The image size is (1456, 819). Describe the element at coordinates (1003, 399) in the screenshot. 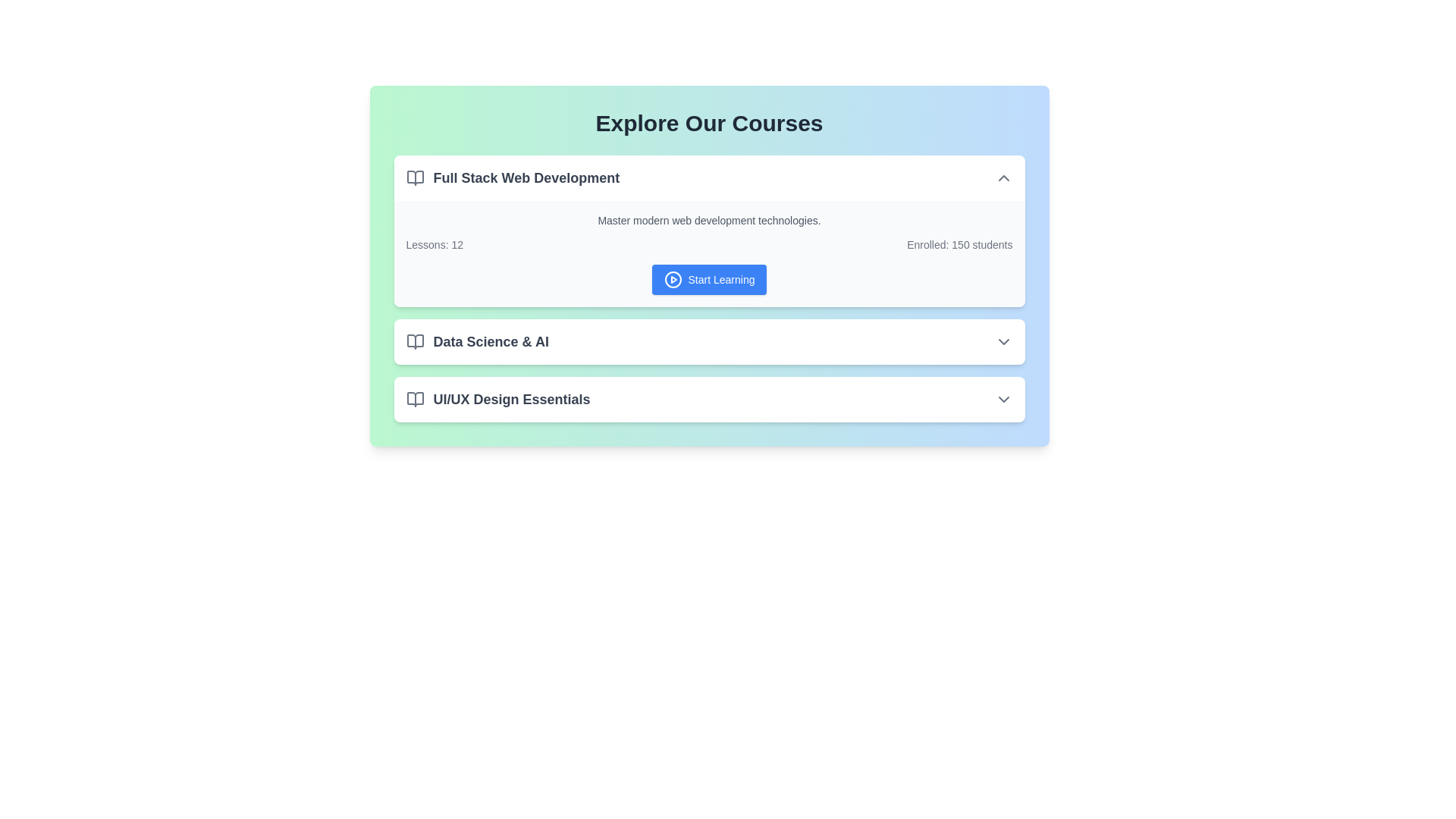

I see `the downward-facing chevron icon, styled in gray with rounded edges, located at the far right of the 'UI/UX Design Essentials' section header` at that location.